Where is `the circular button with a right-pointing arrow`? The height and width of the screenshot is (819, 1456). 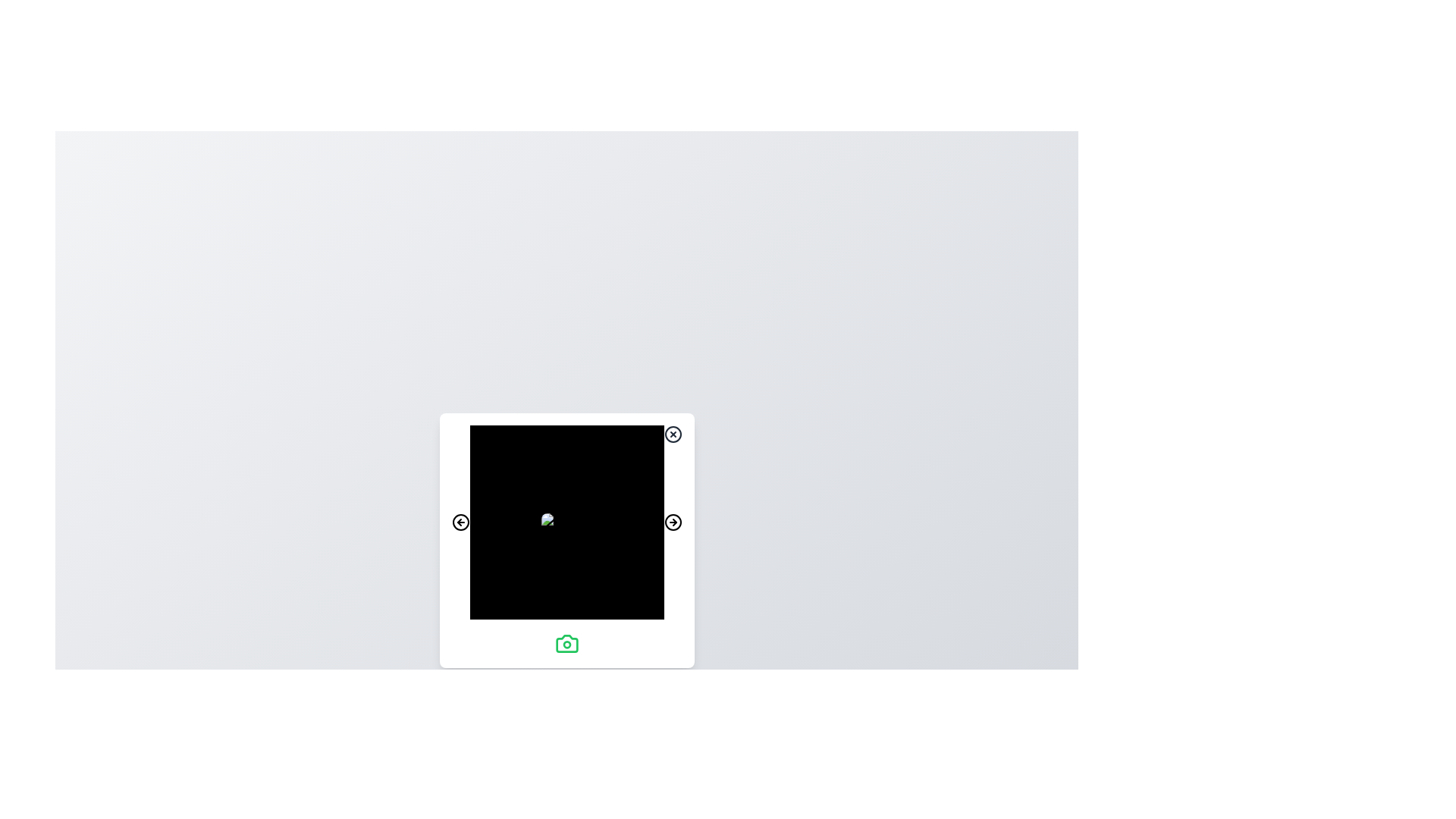 the circular button with a right-pointing arrow is located at coordinates (672, 522).